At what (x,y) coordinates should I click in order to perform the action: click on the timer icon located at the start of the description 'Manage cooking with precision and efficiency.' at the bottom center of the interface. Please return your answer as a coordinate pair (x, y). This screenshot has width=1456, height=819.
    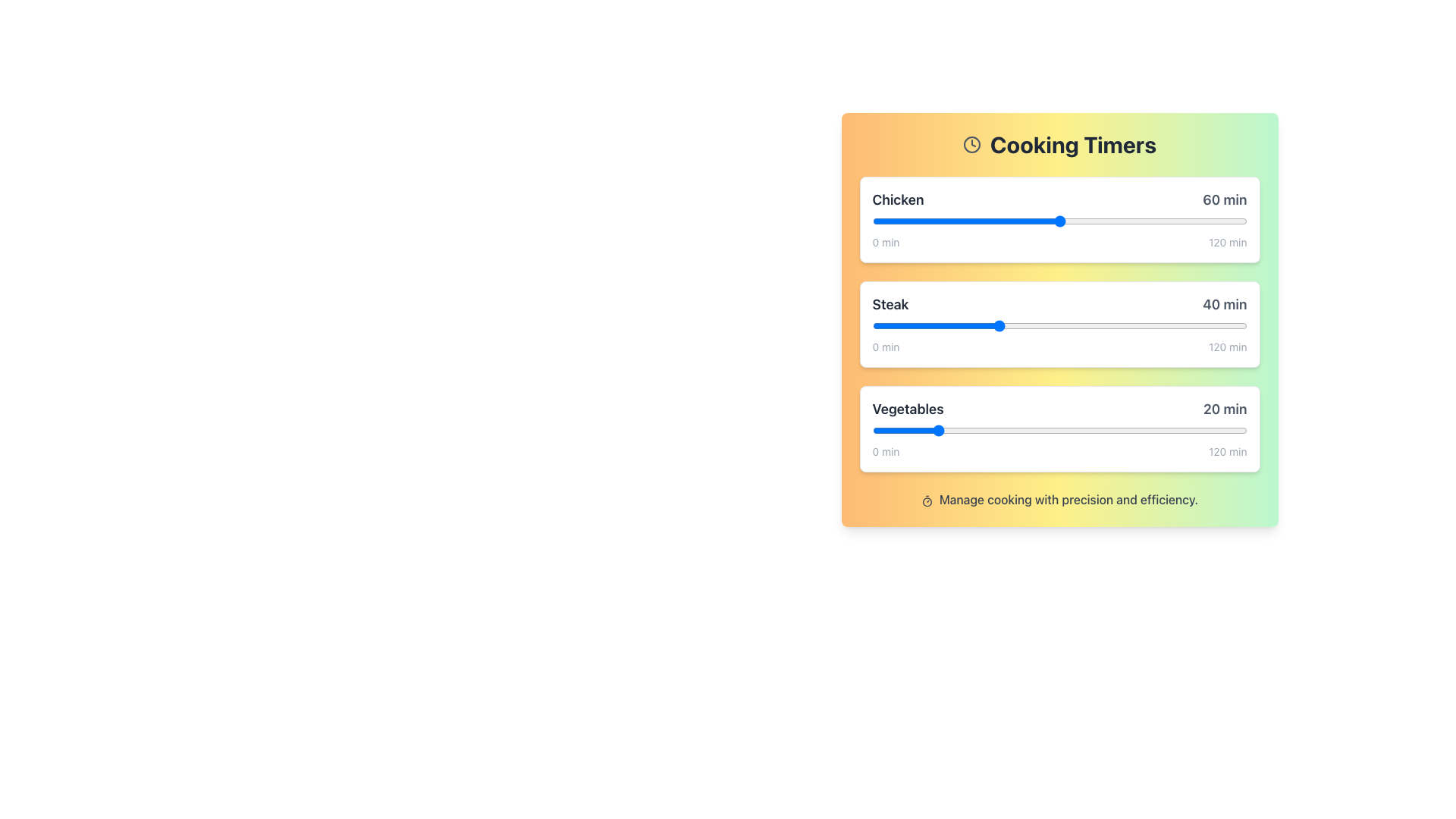
    Looking at the image, I should click on (926, 500).